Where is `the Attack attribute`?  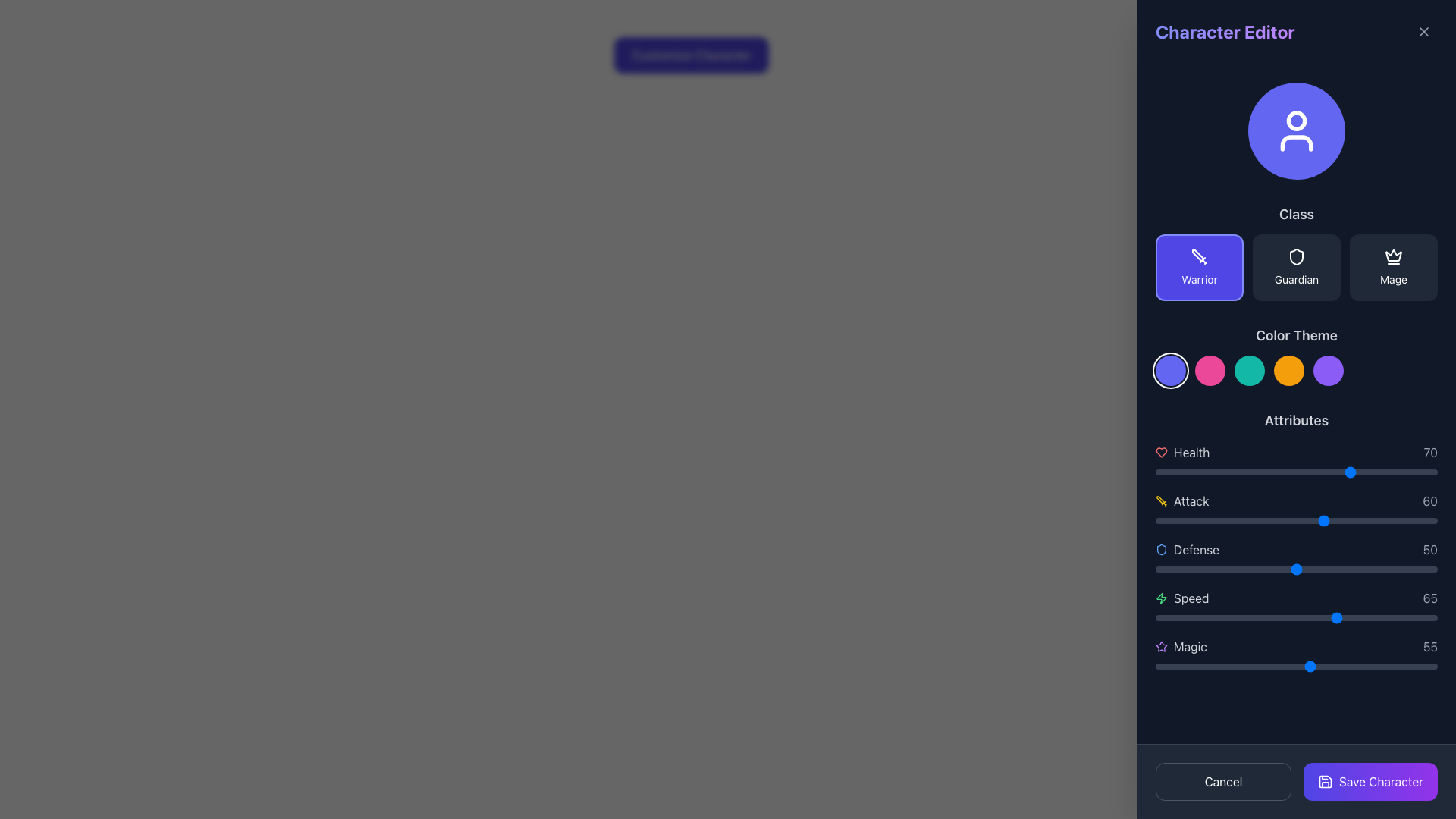
the Attack attribute is located at coordinates (1246, 519).